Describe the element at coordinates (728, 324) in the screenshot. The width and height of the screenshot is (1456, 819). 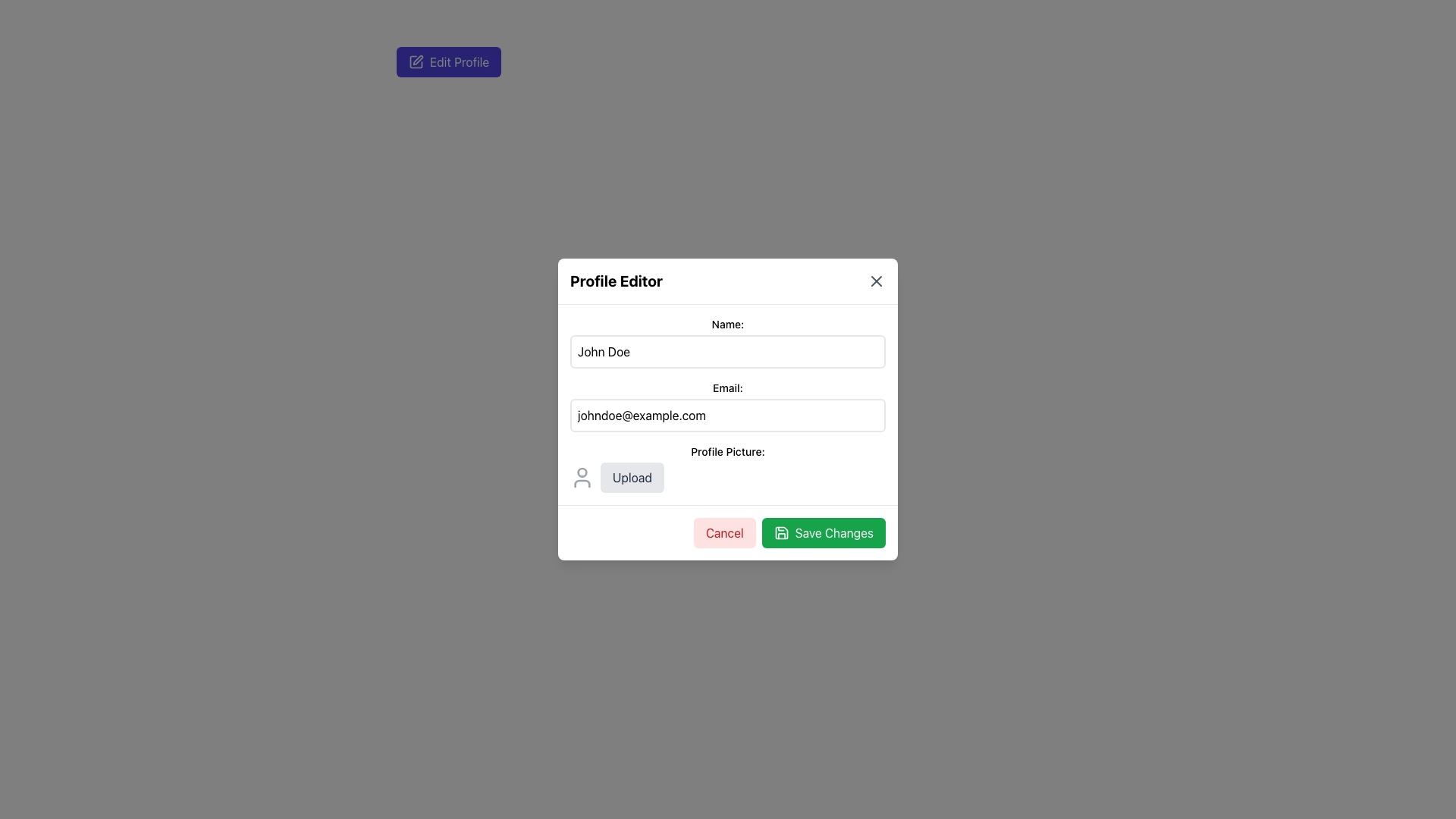
I see `the text label indicating the input field for entering a name, located at the top of the modal window above the 'John Doe' input field` at that location.